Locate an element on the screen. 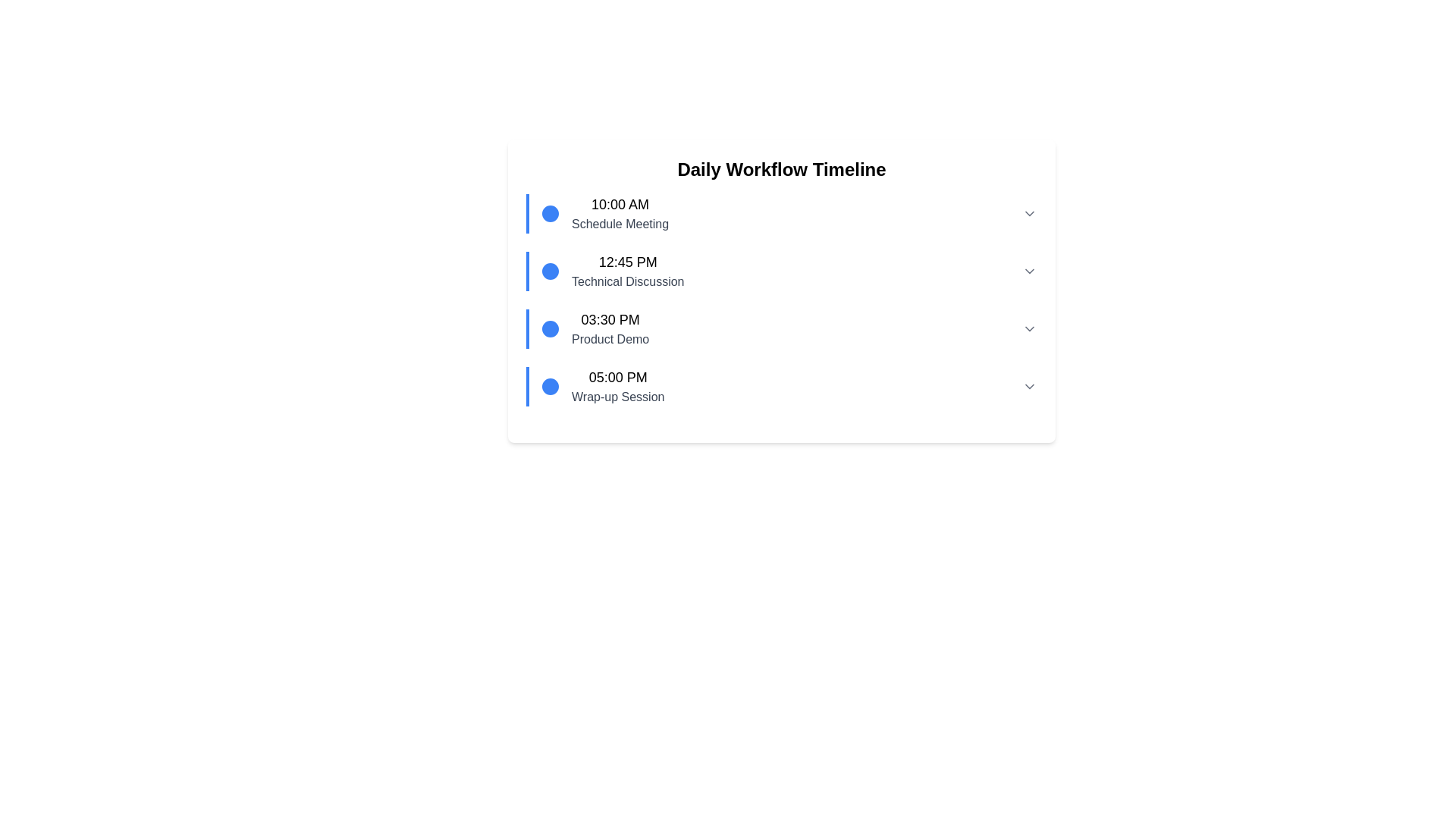  the text label 'Wrap-up Session' which is styled in gray and positioned below the time marker '05:00 PM' in the timeline is located at coordinates (618, 397).